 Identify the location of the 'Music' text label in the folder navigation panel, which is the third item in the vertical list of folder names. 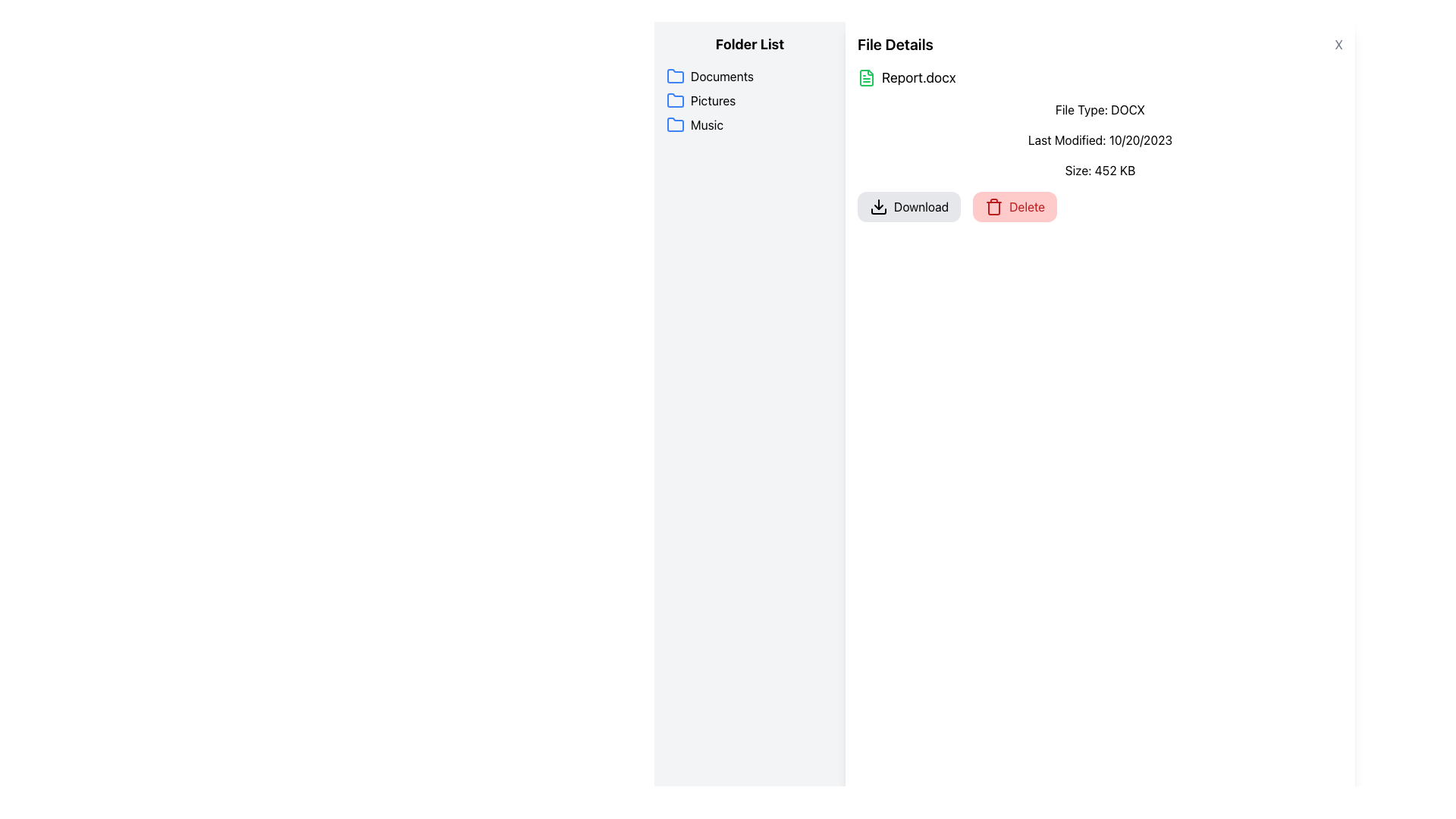
(706, 124).